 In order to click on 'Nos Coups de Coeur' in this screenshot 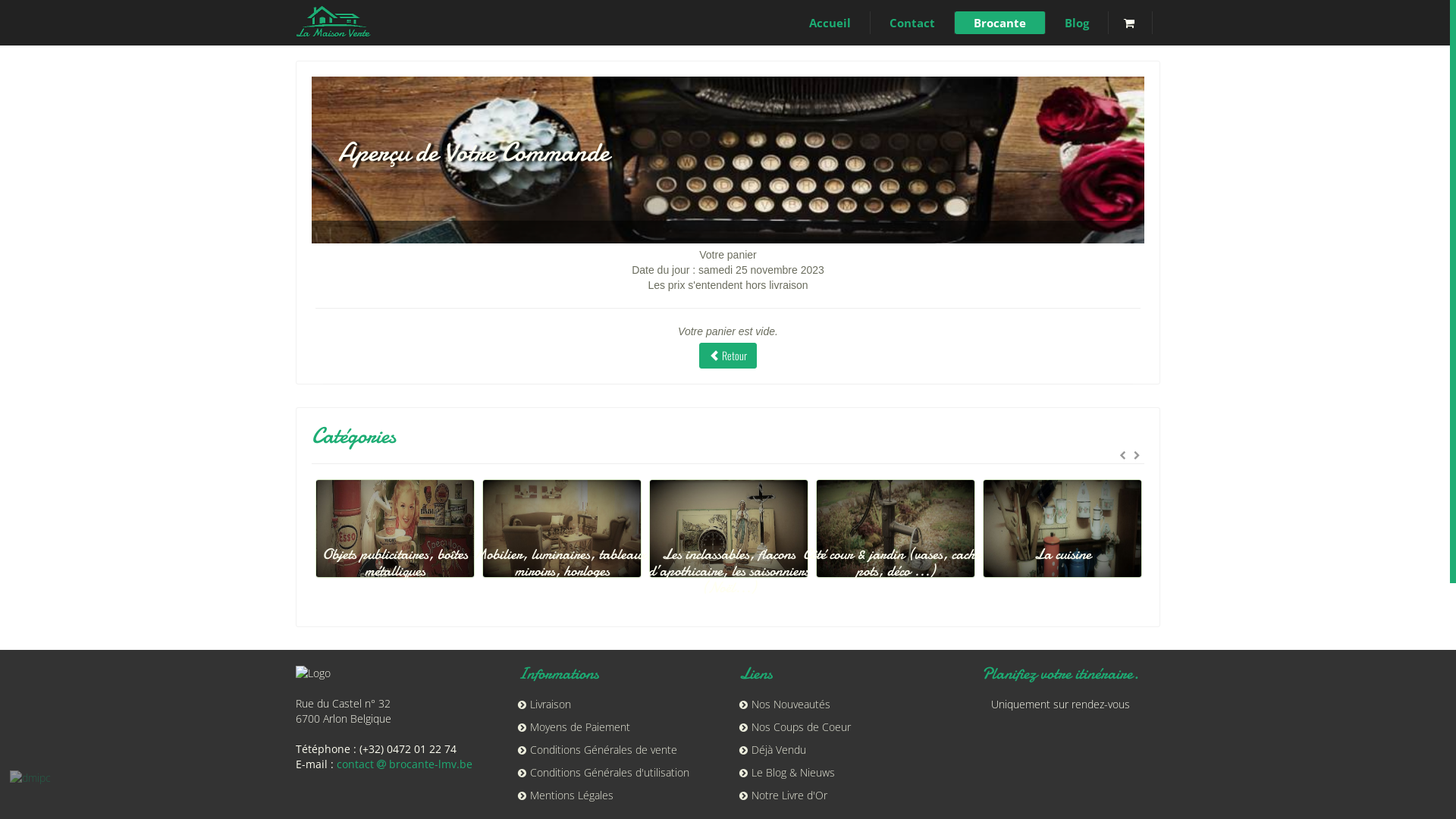, I will do `click(794, 726)`.